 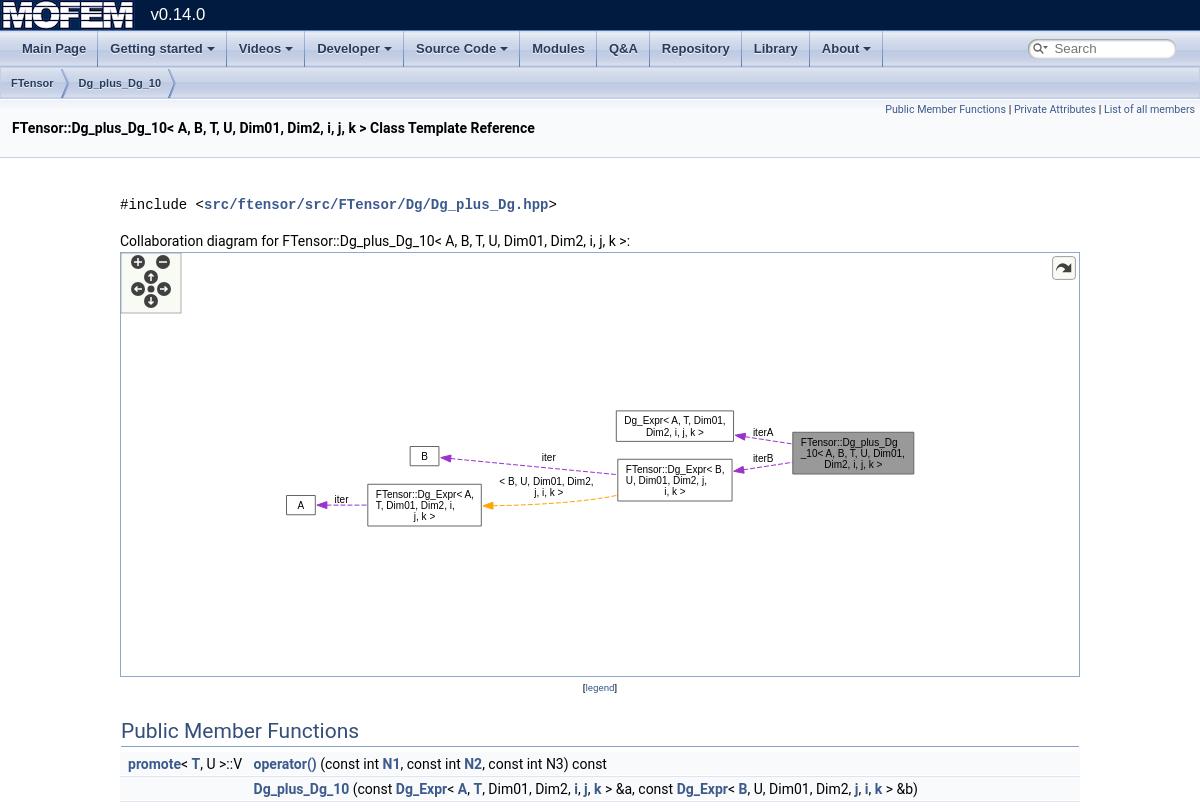 I want to click on 'src/ftensor/src/FTensor/Dg/Dg_plus_Dg.hpp', so click(x=203, y=204).